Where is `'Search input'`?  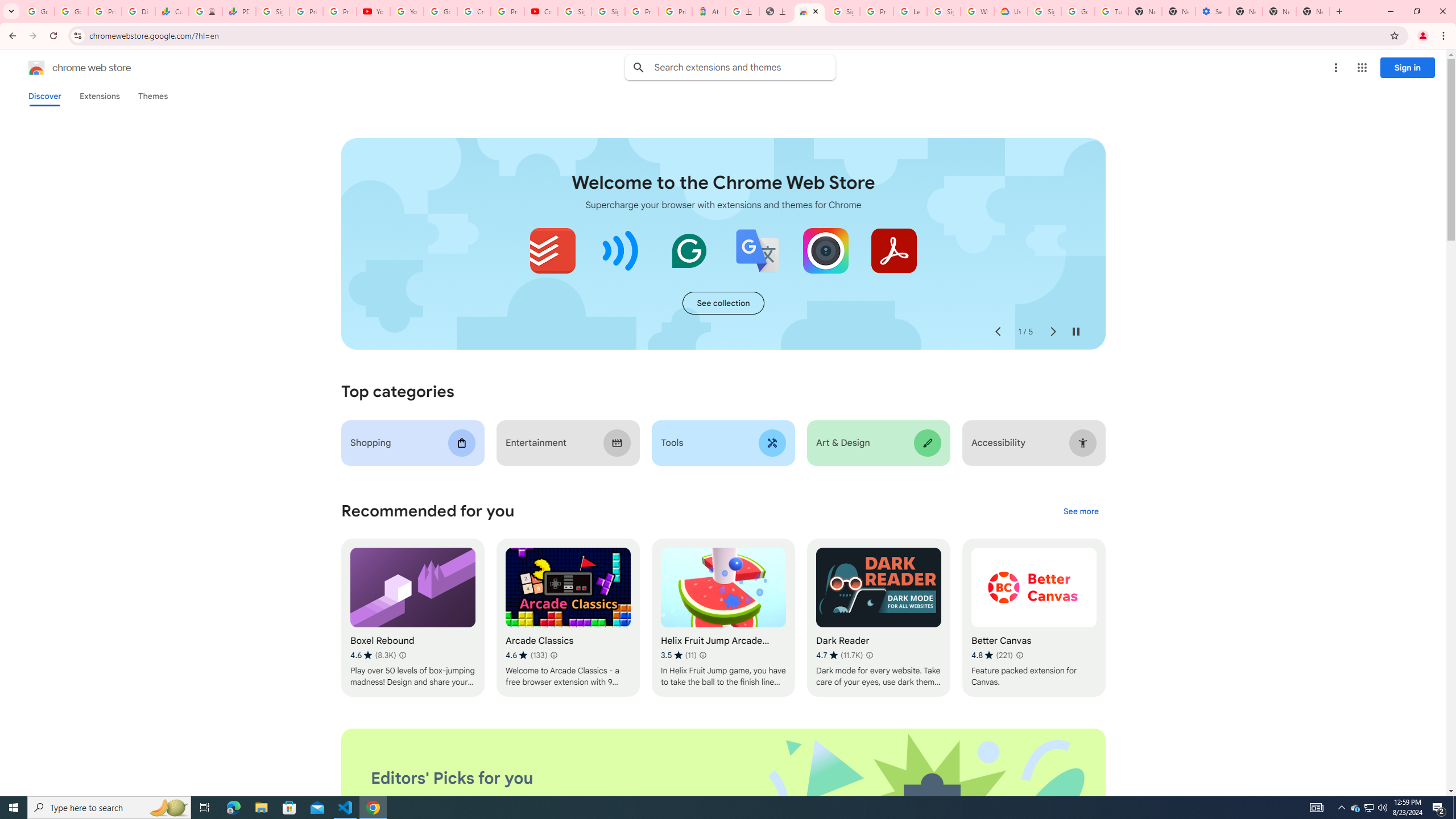
'Search input' is located at coordinates (744, 67).